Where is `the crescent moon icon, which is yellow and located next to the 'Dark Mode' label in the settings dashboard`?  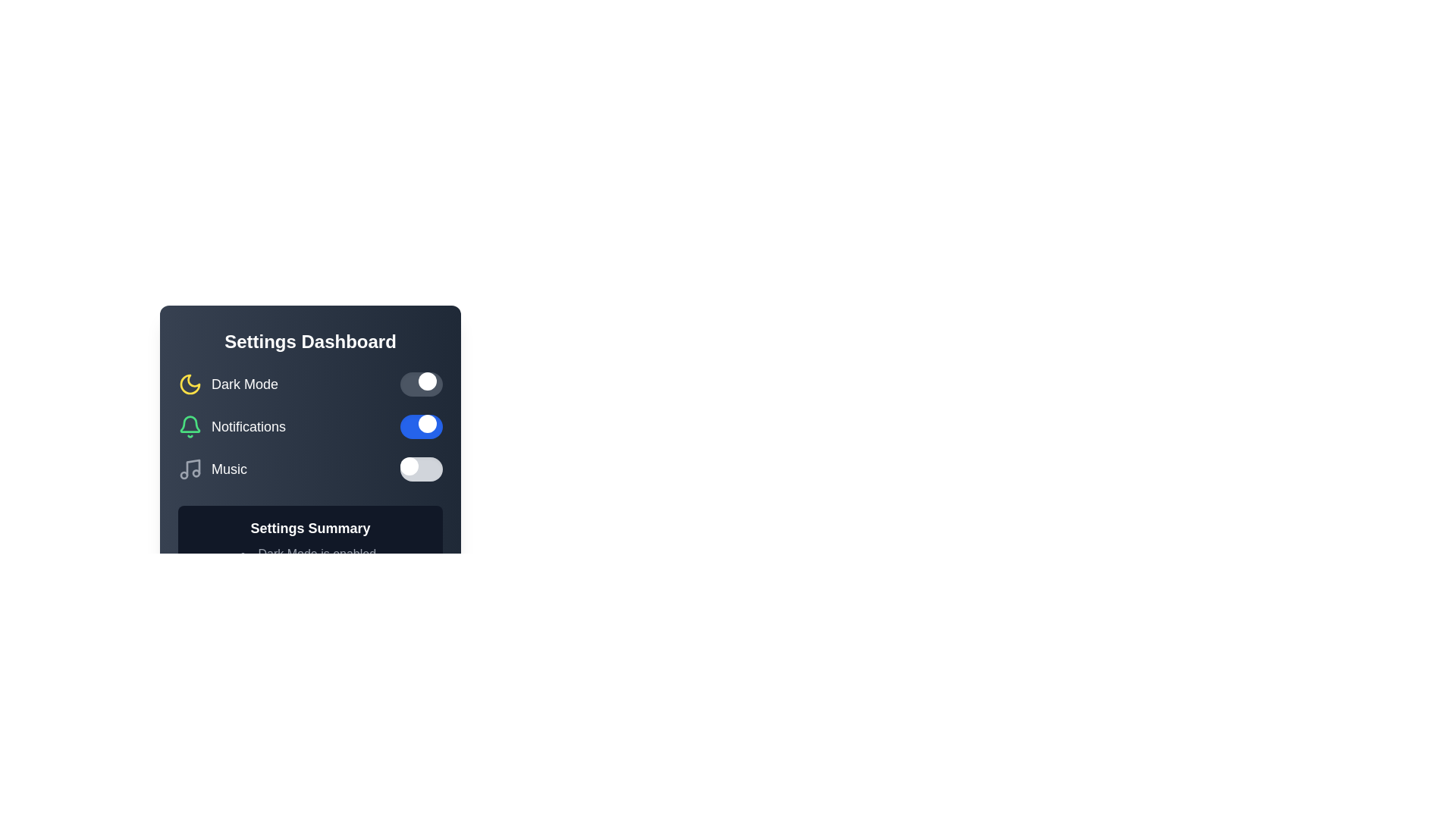 the crescent moon icon, which is yellow and located next to the 'Dark Mode' label in the settings dashboard is located at coordinates (189, 383).